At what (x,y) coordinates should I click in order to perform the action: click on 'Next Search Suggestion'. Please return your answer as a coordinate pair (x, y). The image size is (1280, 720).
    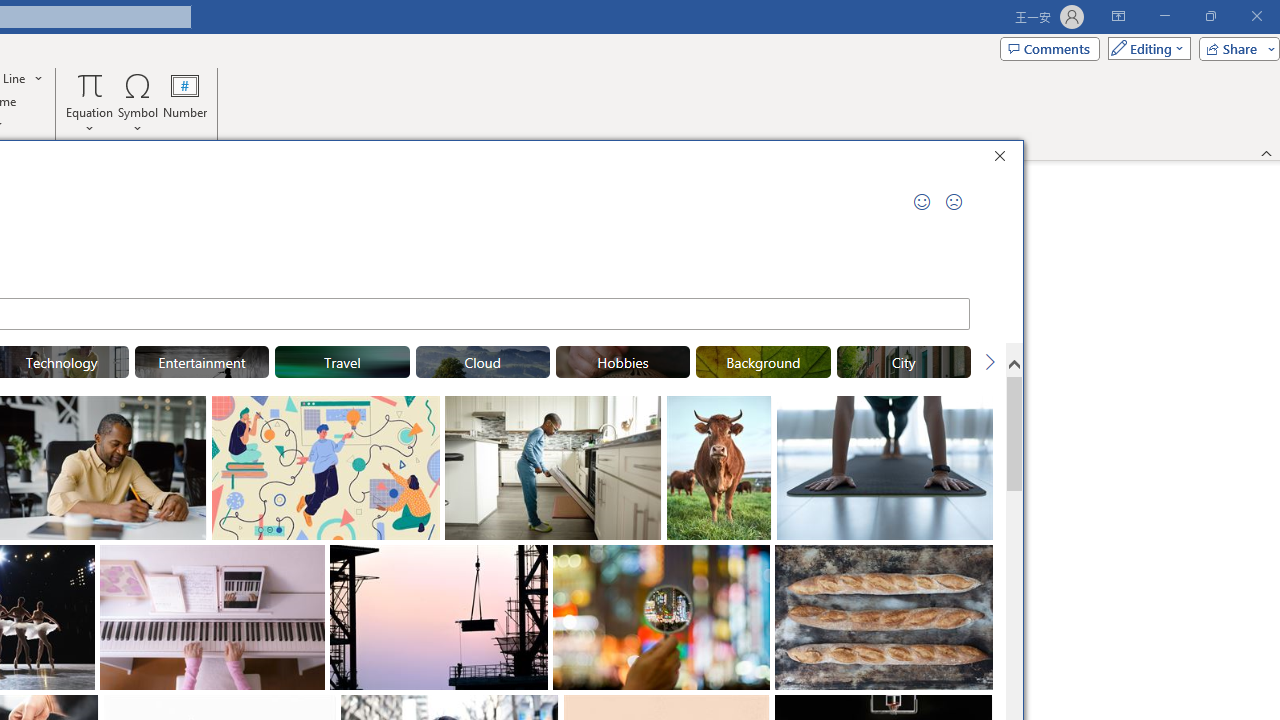
    Looking at the image, I should click on (990, 362).